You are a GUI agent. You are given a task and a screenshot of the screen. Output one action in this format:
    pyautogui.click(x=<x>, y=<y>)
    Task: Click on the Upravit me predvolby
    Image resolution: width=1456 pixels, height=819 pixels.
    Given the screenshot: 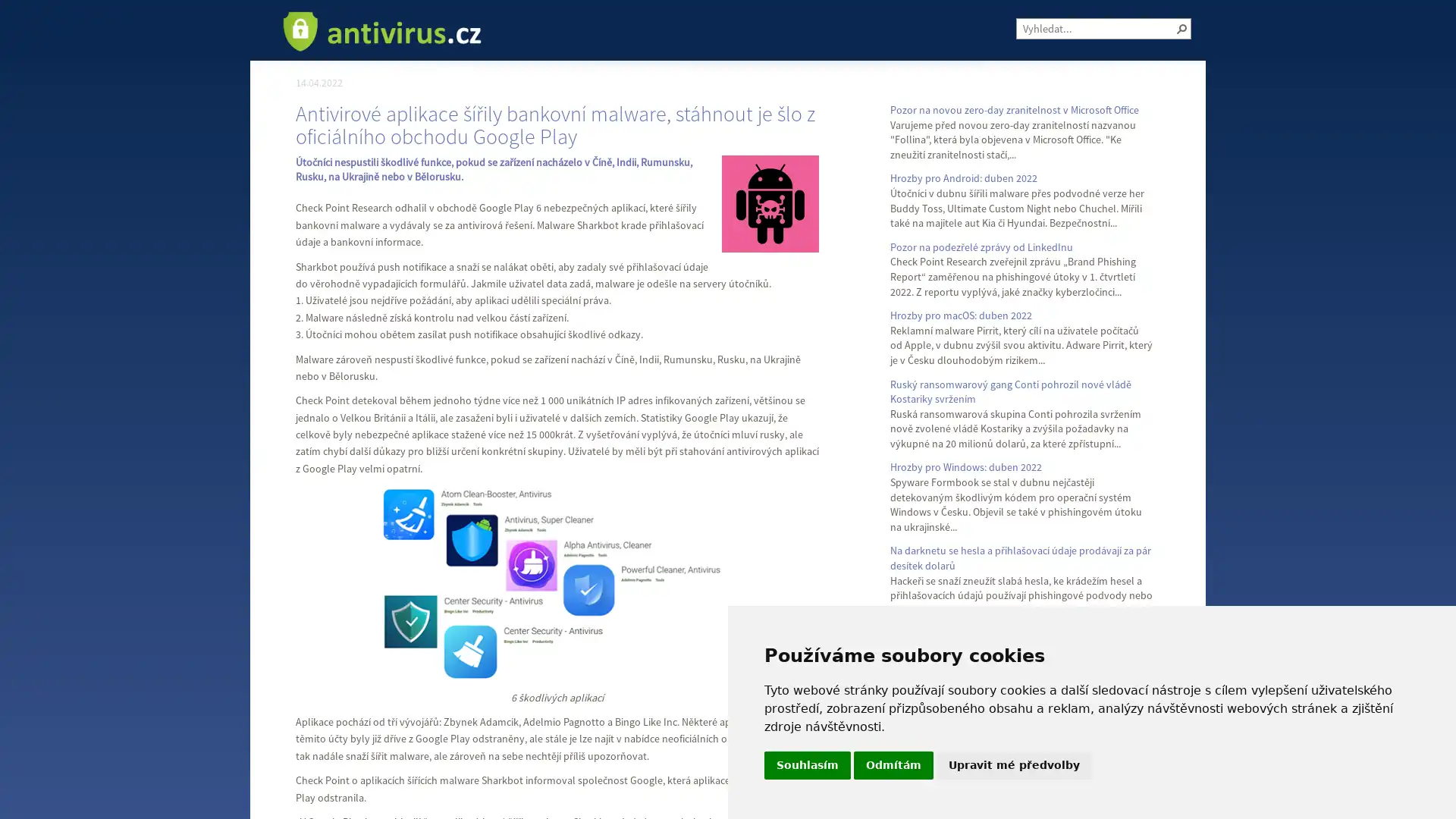 What is the action you would take?
    pyautogui.click(x=1014, y=765)
    